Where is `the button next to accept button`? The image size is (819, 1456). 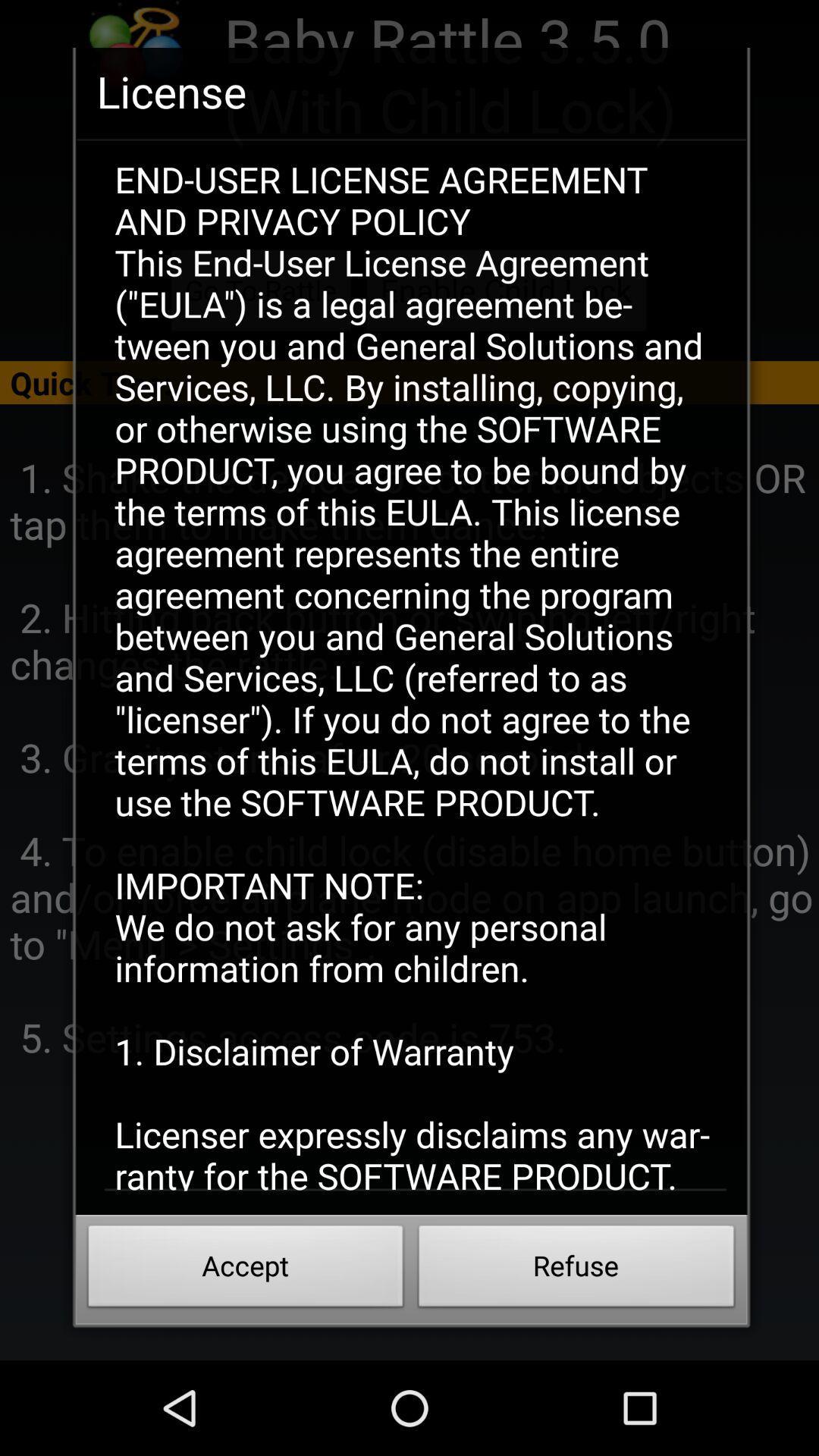 the button next to accept button is located at coordinates (576, 1270).